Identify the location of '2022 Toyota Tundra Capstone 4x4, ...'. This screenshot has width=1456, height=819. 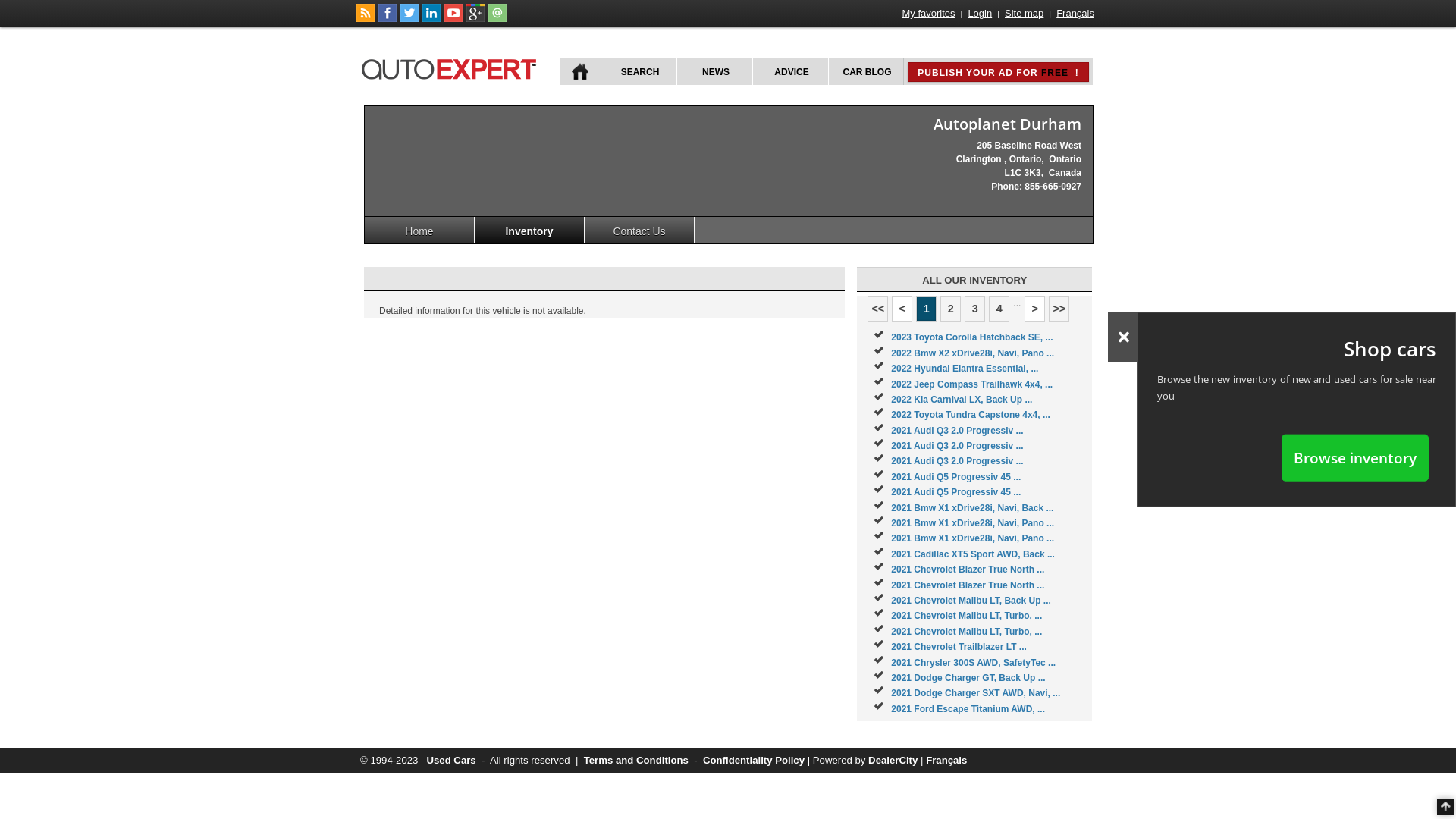
(971, 415).